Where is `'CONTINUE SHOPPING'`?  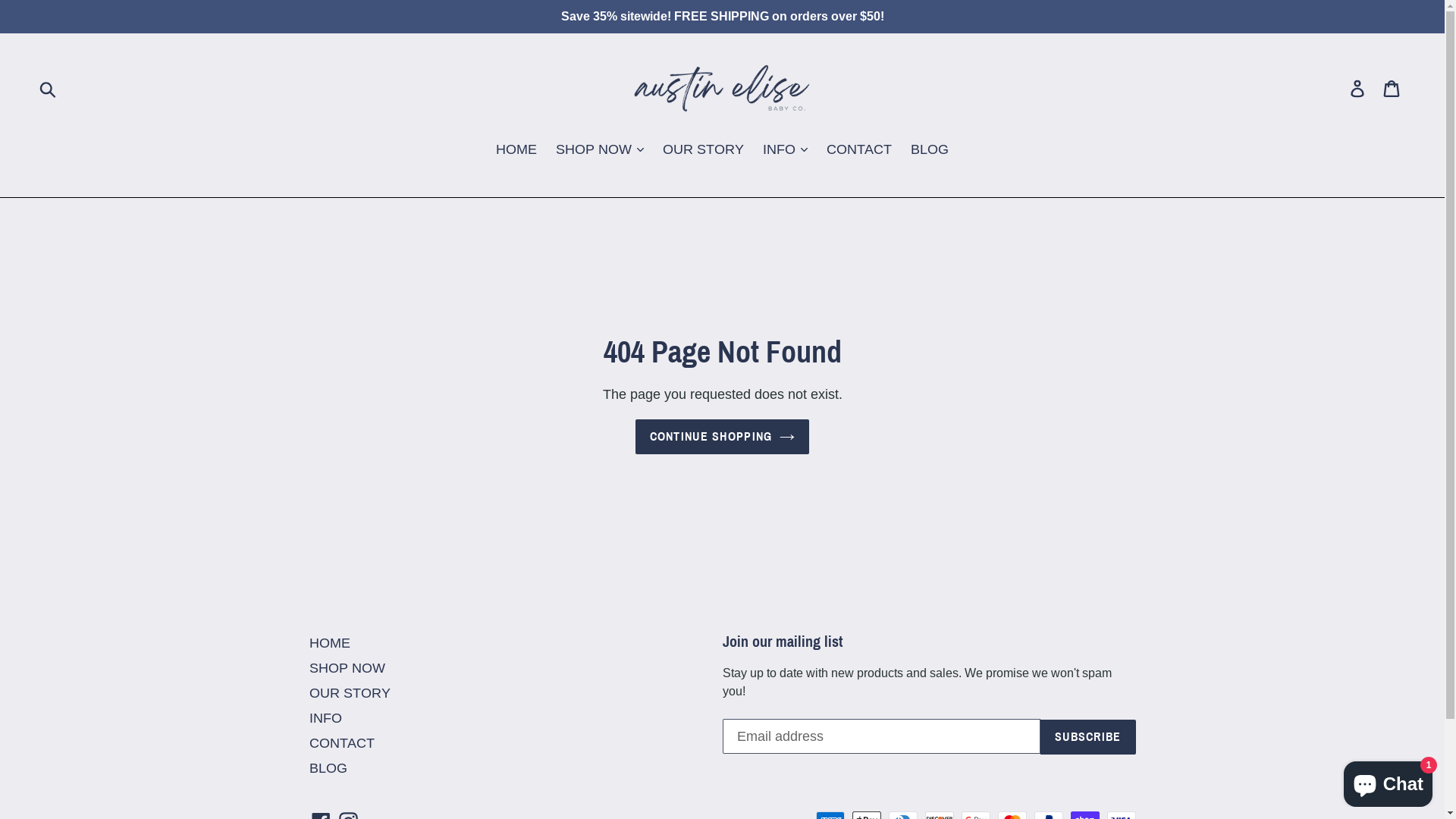 'CONTINUE SHOPPING' is located at coordinates (722, 436).